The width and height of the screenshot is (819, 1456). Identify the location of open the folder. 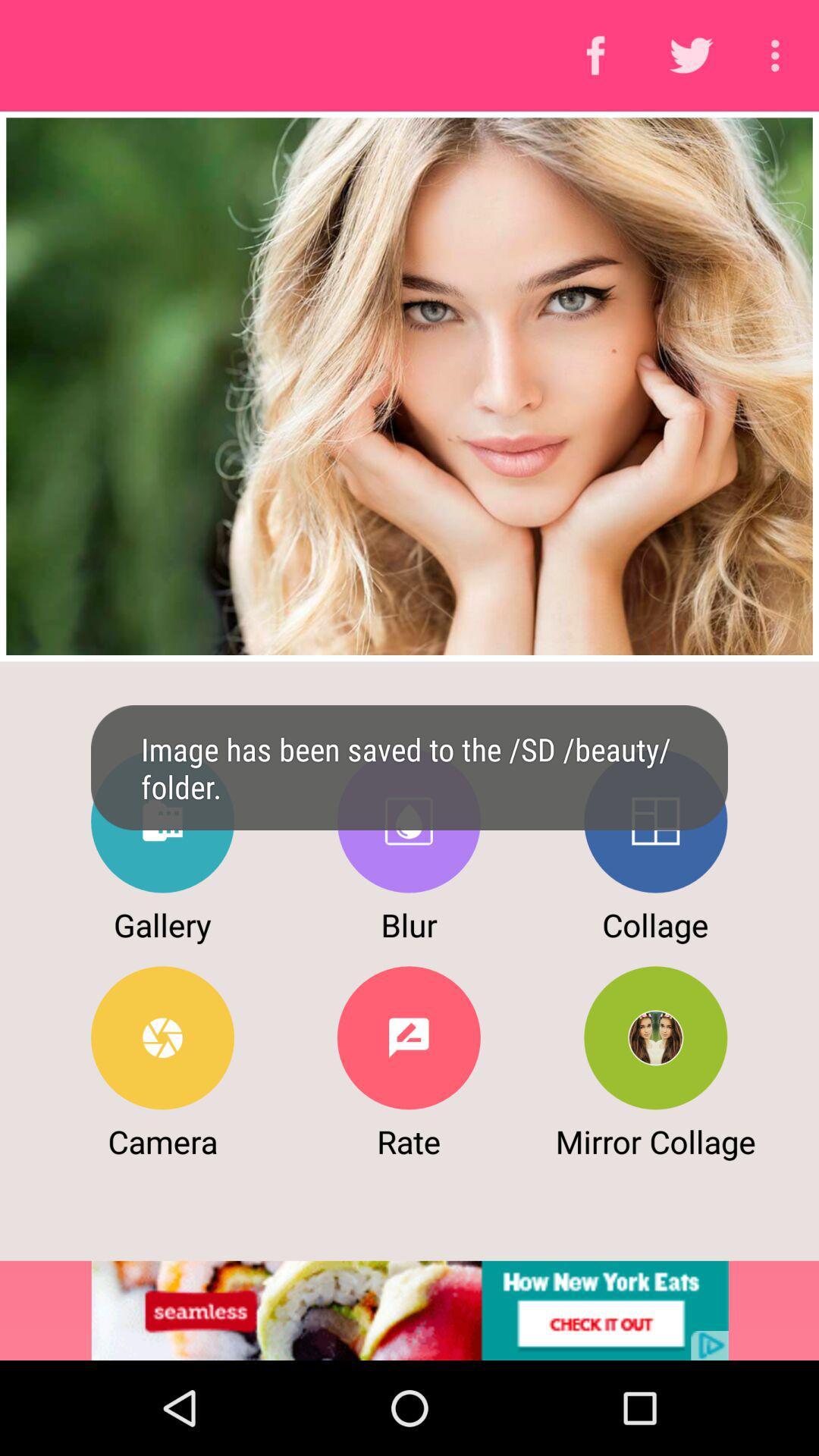
(162, 821).